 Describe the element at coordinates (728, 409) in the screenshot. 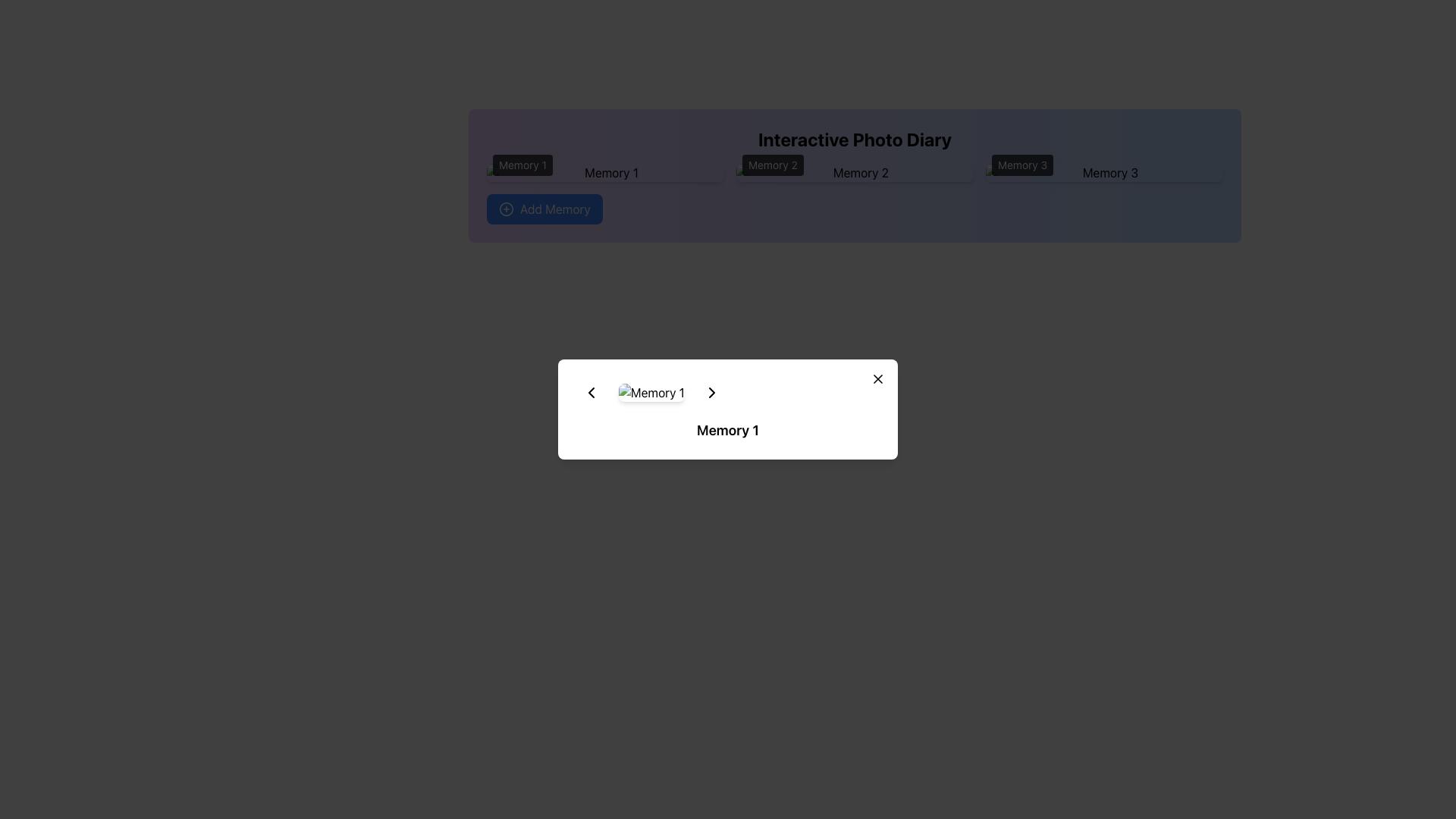

I see `the center of the modal card` at that location.